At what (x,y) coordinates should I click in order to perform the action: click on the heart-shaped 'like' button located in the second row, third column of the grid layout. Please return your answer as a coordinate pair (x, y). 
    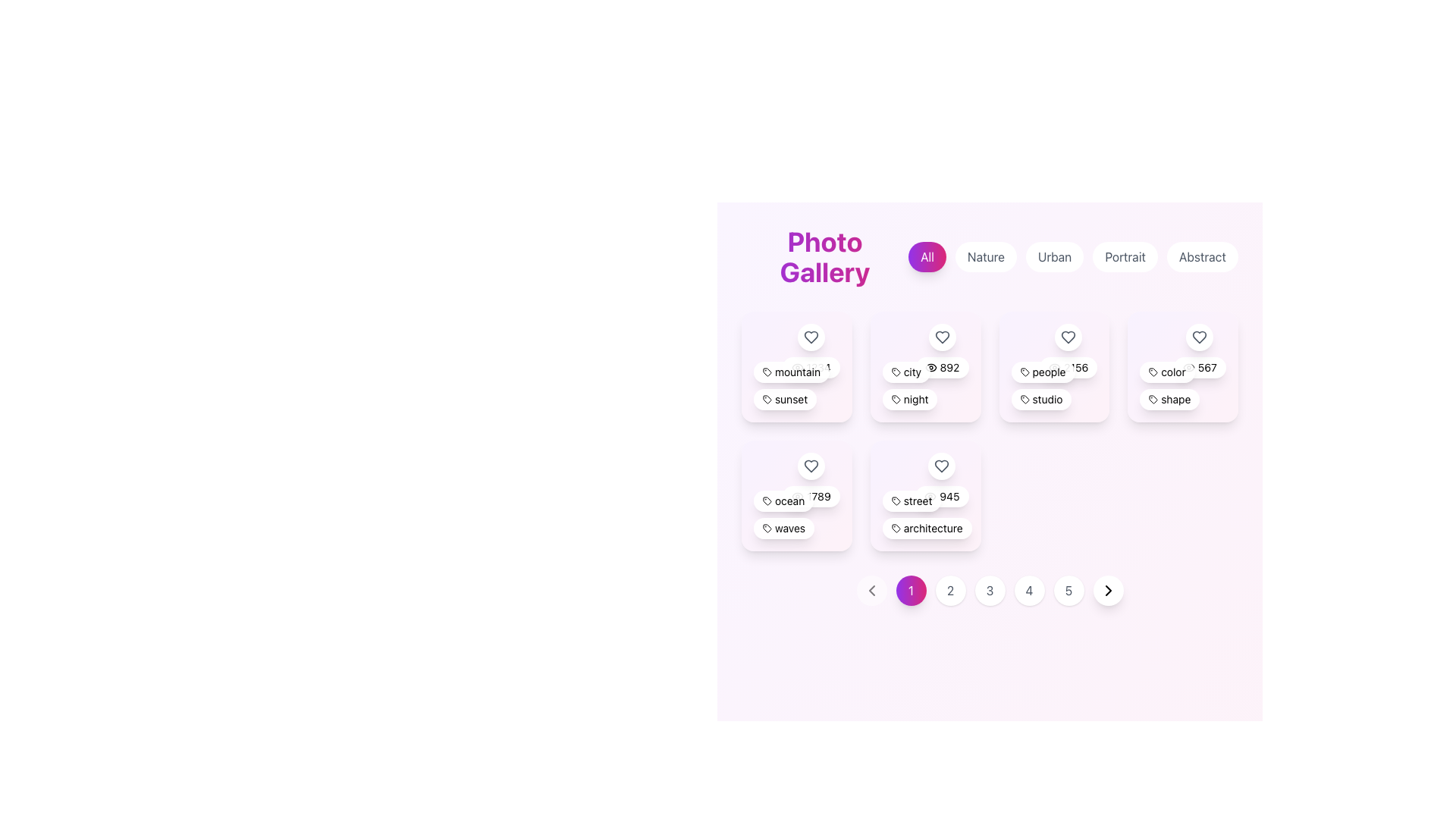
    Looking at the image, I should click on (941, 465).